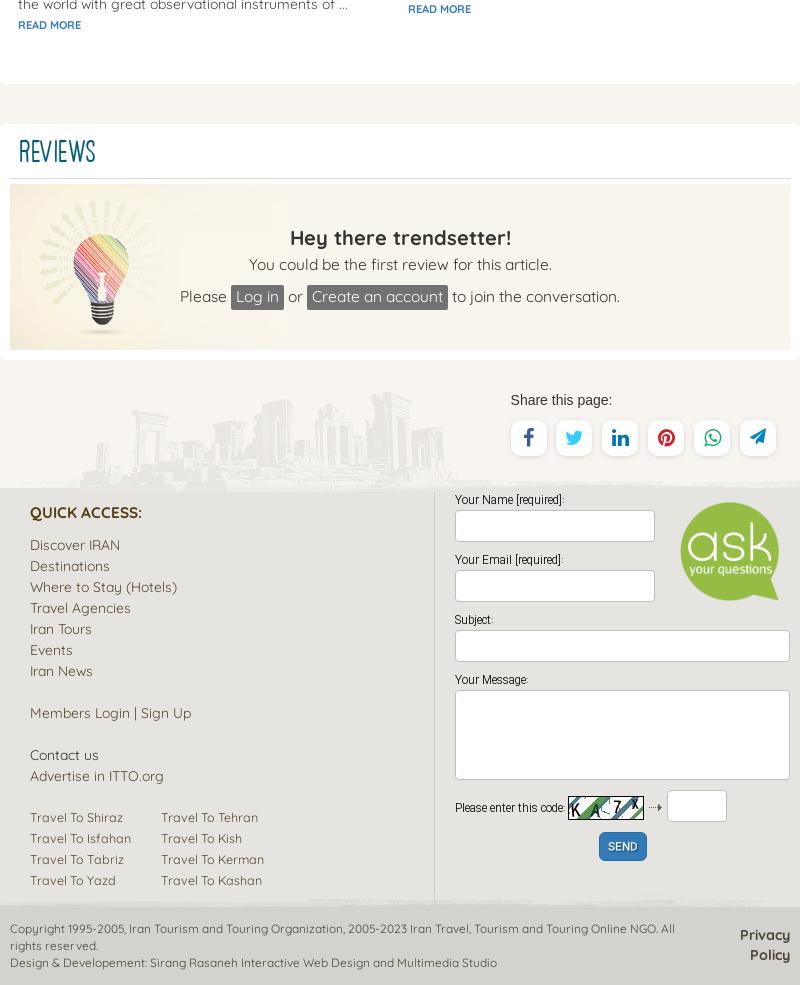 This screenshot has width=800, height=985. What do you see at coordinates (30, 774) in the screenshot?
I see `'Advertise in ITTO.org'` at bounding box center [30, 774].